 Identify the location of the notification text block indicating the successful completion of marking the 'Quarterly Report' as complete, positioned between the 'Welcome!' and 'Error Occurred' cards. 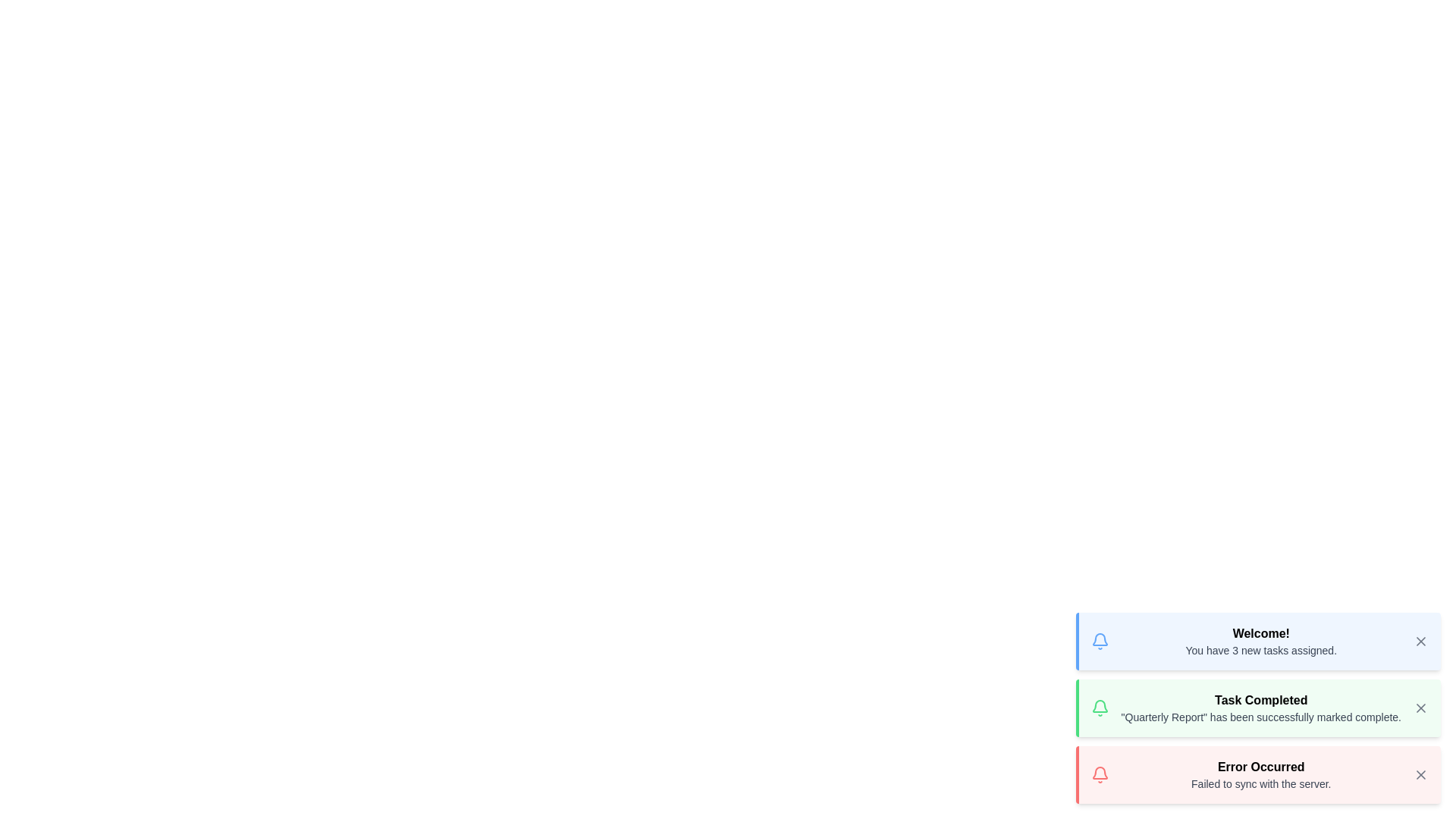
(1261, 708).